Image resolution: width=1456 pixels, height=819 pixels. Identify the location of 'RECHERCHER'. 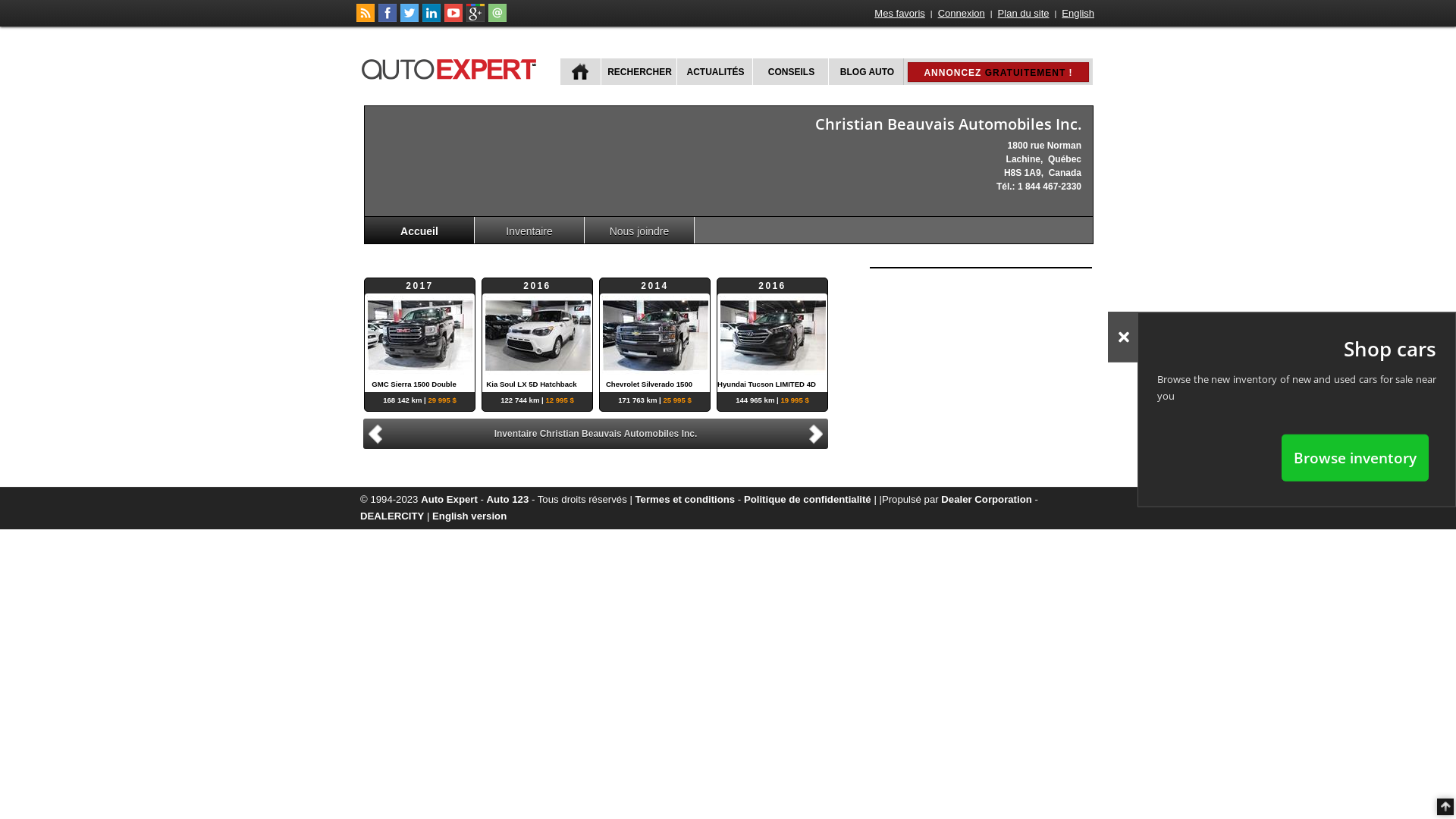
(600, 71).